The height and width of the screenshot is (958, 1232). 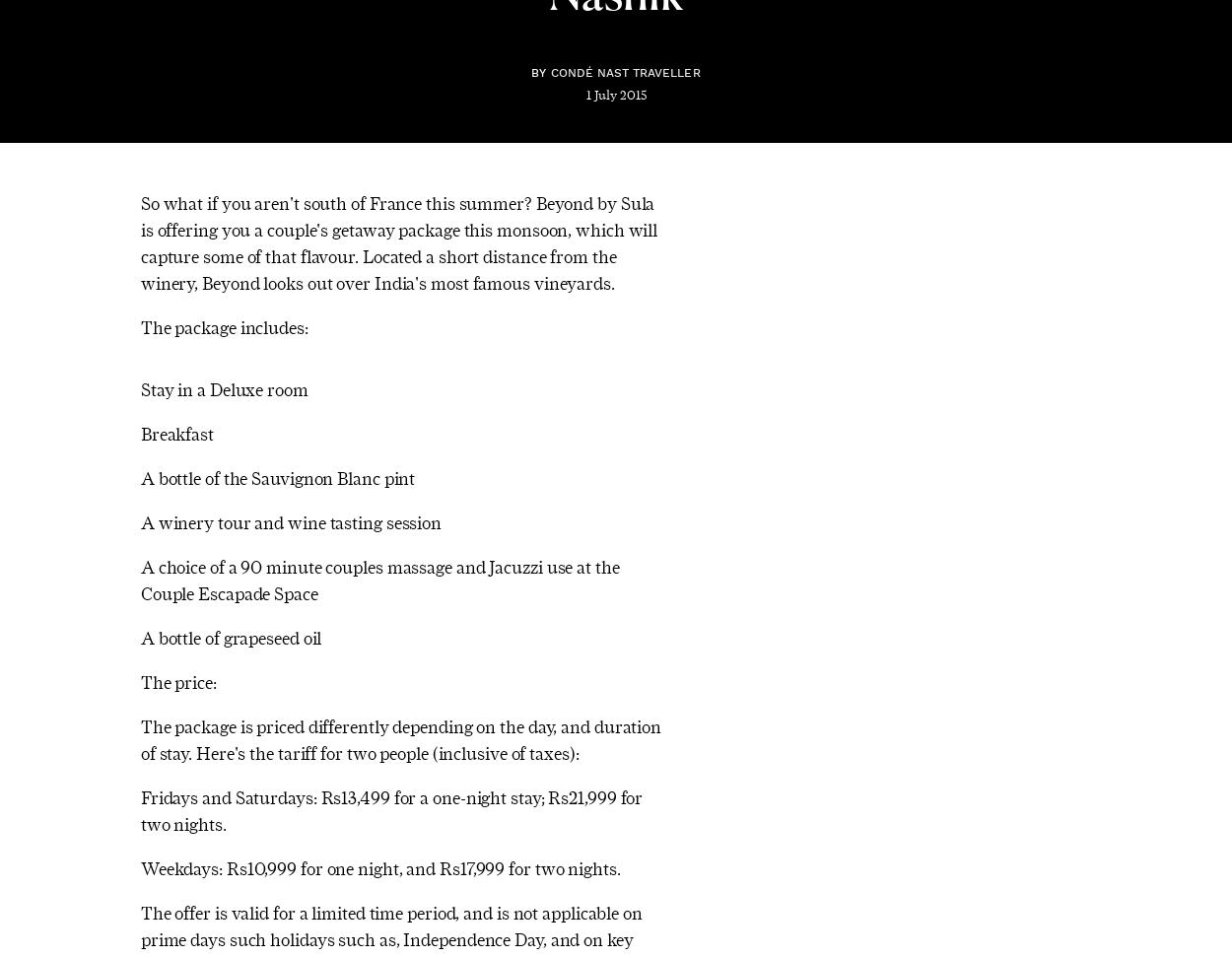 What do you see at coordinates (291, 521) in the screenshot?
I see `'A winery tour and wine tasting session'` at bounding box center [291, 521].